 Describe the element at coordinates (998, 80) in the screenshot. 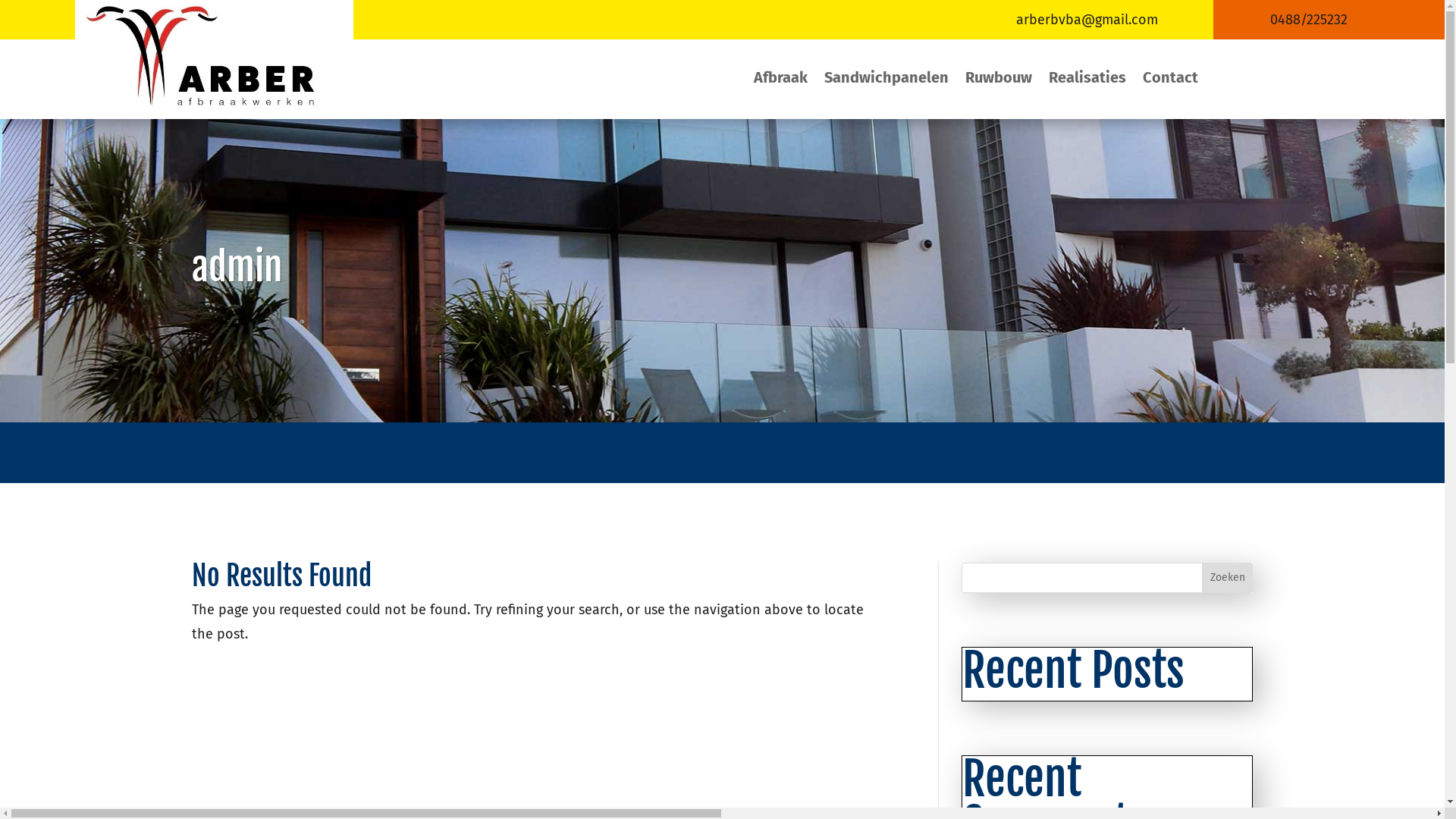

I see `'Ruwbouw'` at that location.